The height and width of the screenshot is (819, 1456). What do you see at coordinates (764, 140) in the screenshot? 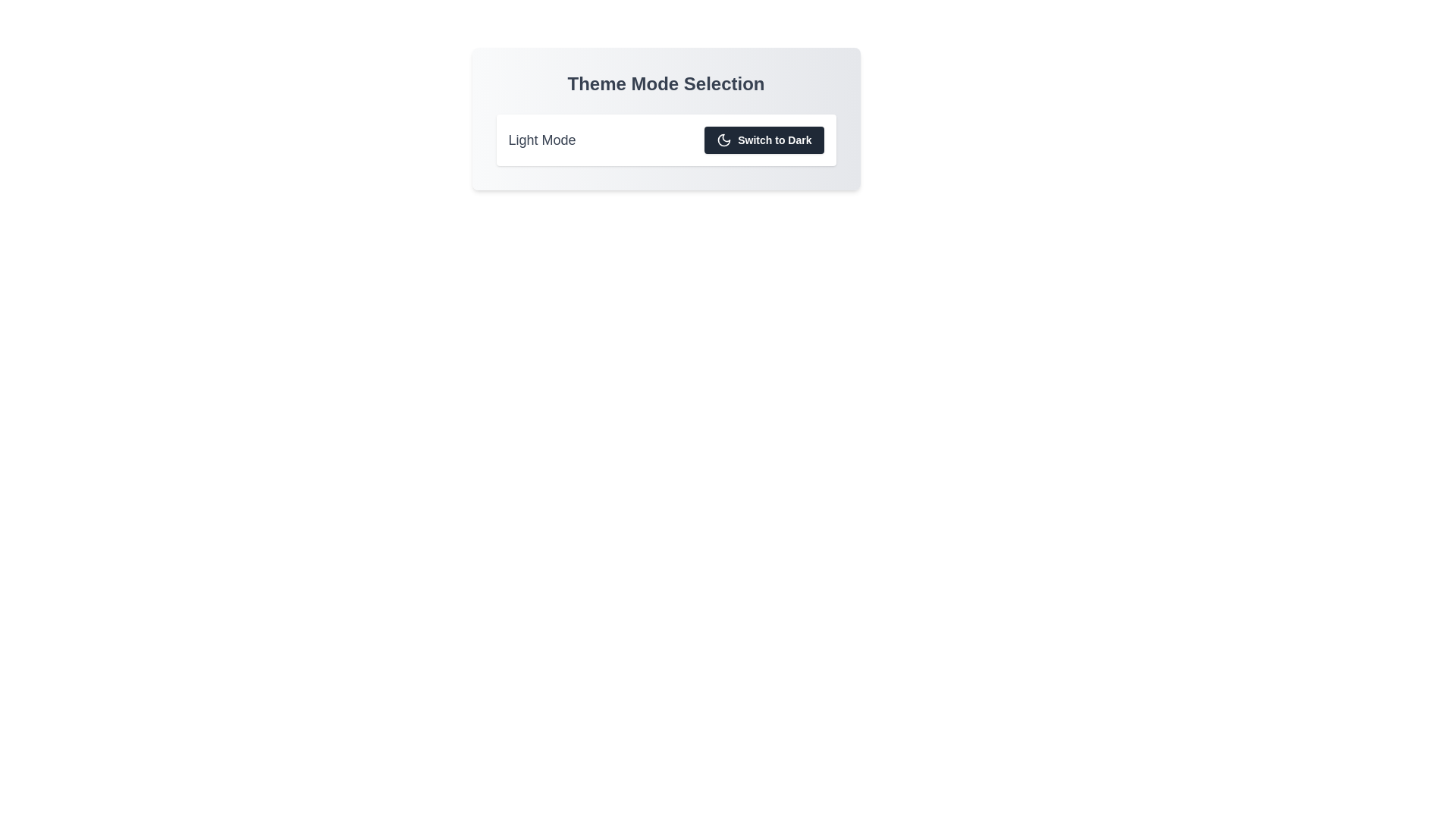
I see `the button labeled 'Switch to Dark' to toggle the theme mode` at bounding box center [764, 140].